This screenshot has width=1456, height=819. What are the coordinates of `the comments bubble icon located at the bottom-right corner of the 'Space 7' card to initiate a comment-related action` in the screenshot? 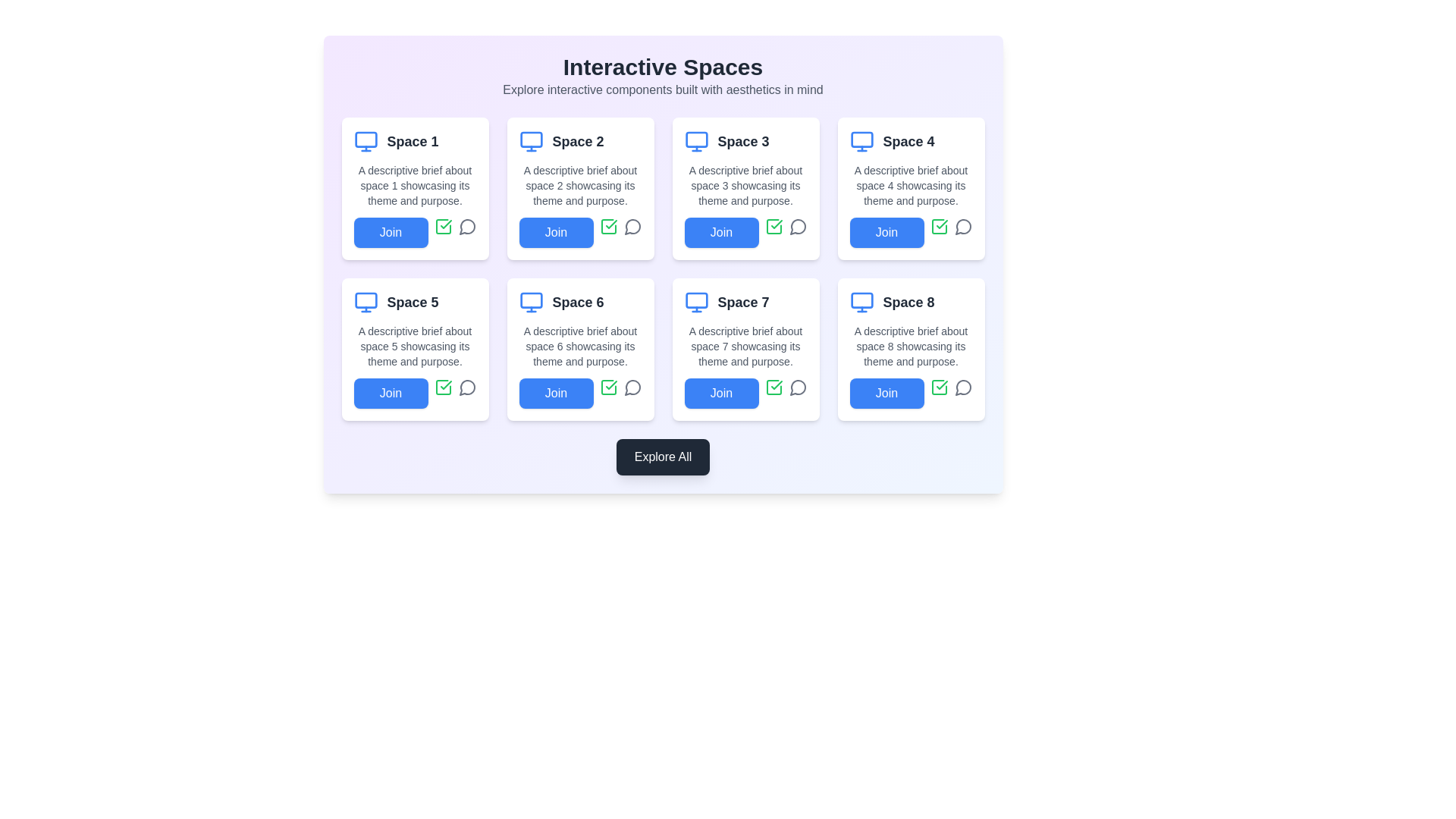 It's located at (796, 387).